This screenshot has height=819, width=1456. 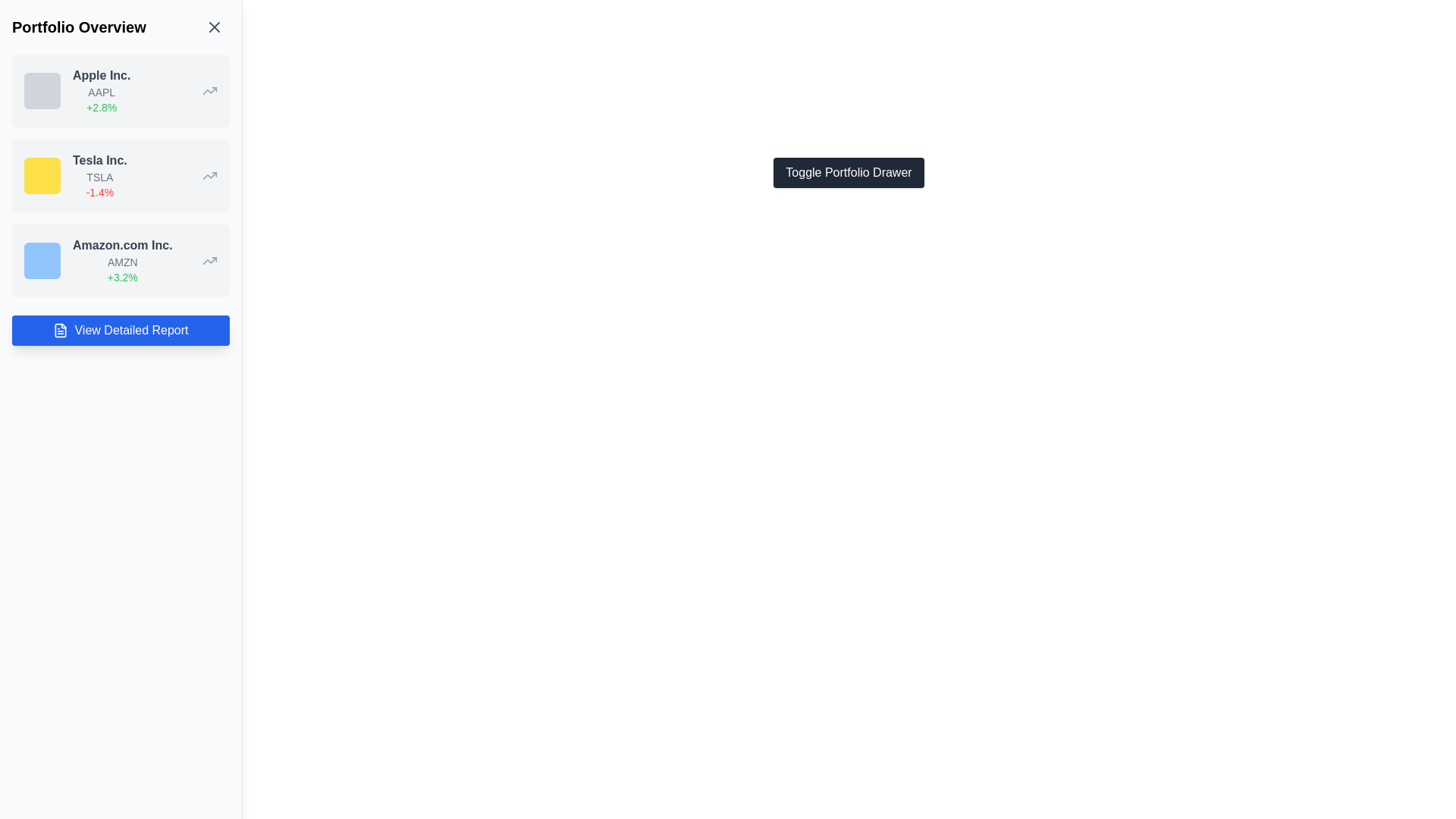 I want to click on bold text 'Amazon.com Inc.' located in the third row of the portfolio overview section in the left panel, above the ticker symbol 'AMZN' and the percentage '+3.2%', so click(x=122, y=245).